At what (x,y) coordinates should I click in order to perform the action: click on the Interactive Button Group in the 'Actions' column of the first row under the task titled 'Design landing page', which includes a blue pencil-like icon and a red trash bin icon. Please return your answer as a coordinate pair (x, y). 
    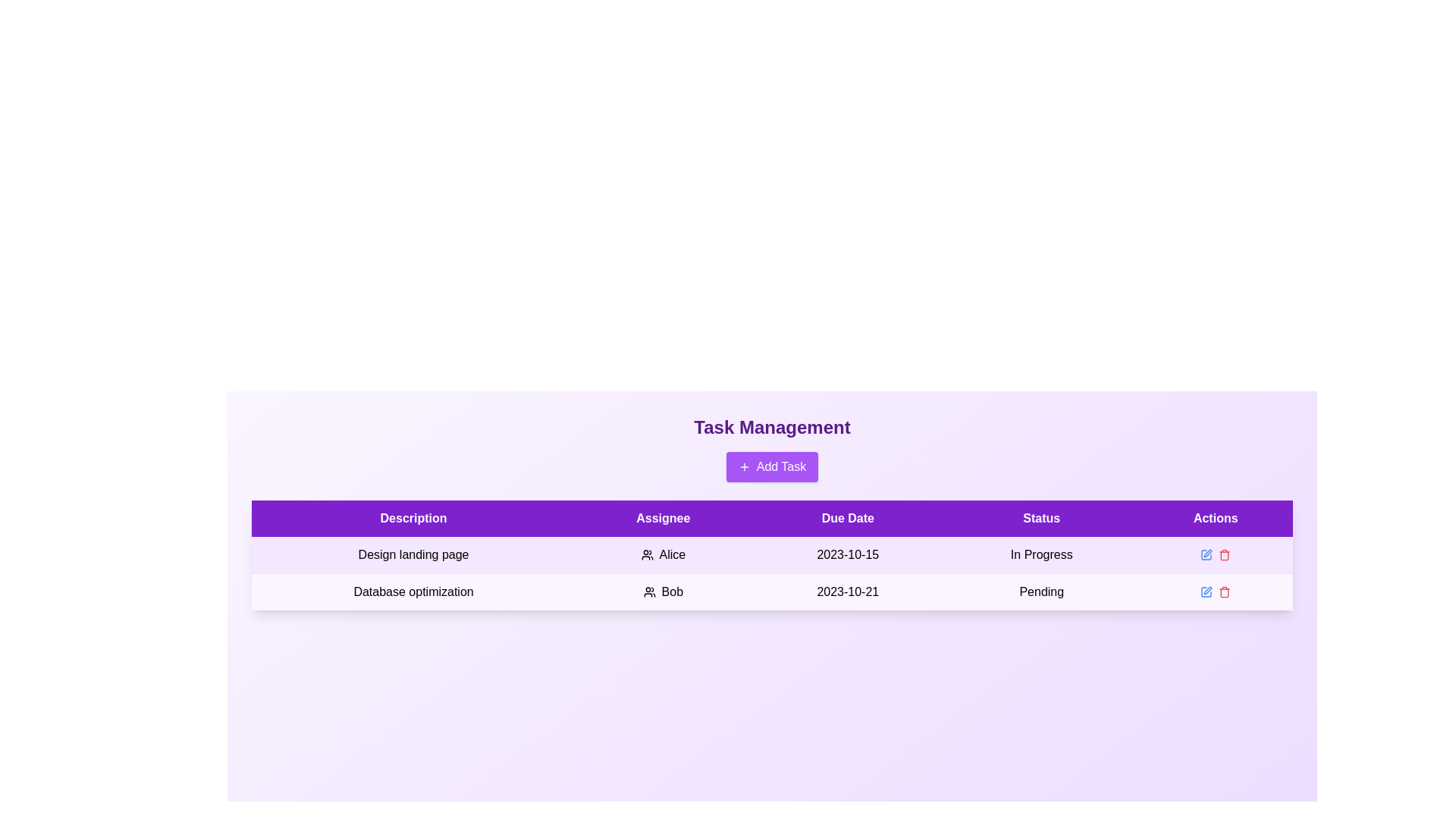
    Looking at the image, I should click on (1216, 555).